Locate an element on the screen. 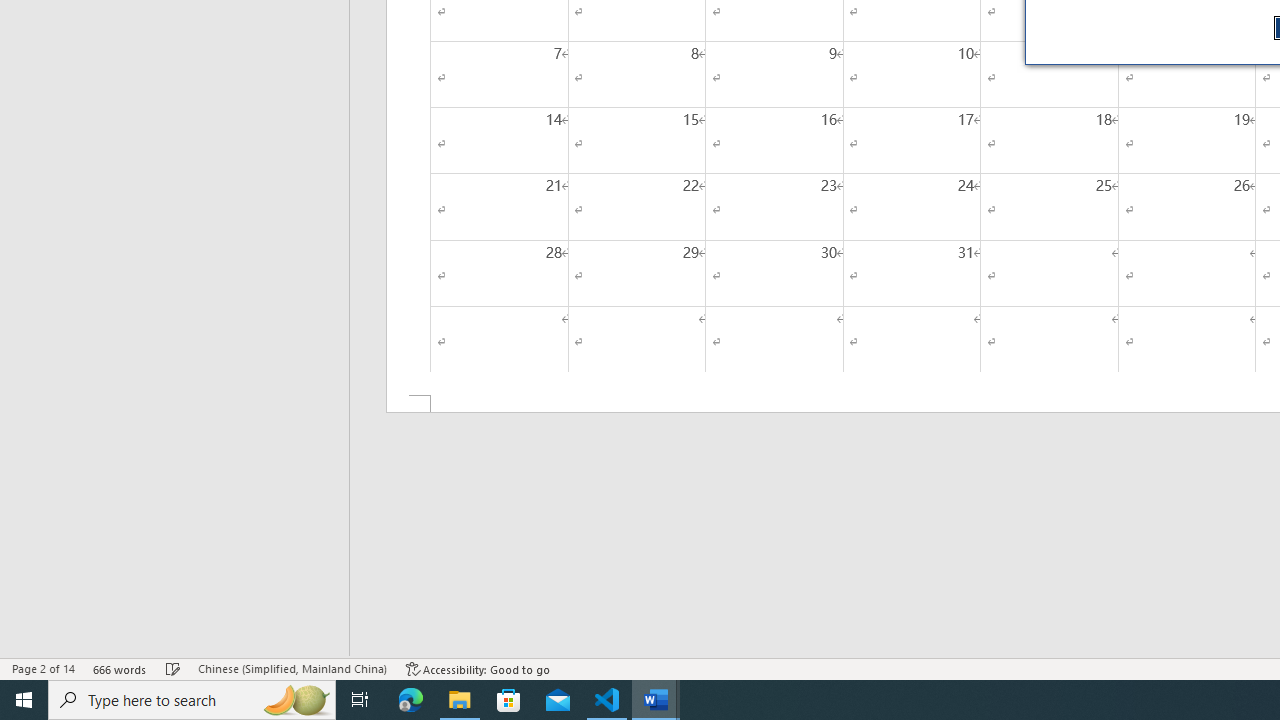 This screenshot has width=1280, height=720. 'Accessibility Checker Accessibility: Good to go' is located at coordinates (477, 669).